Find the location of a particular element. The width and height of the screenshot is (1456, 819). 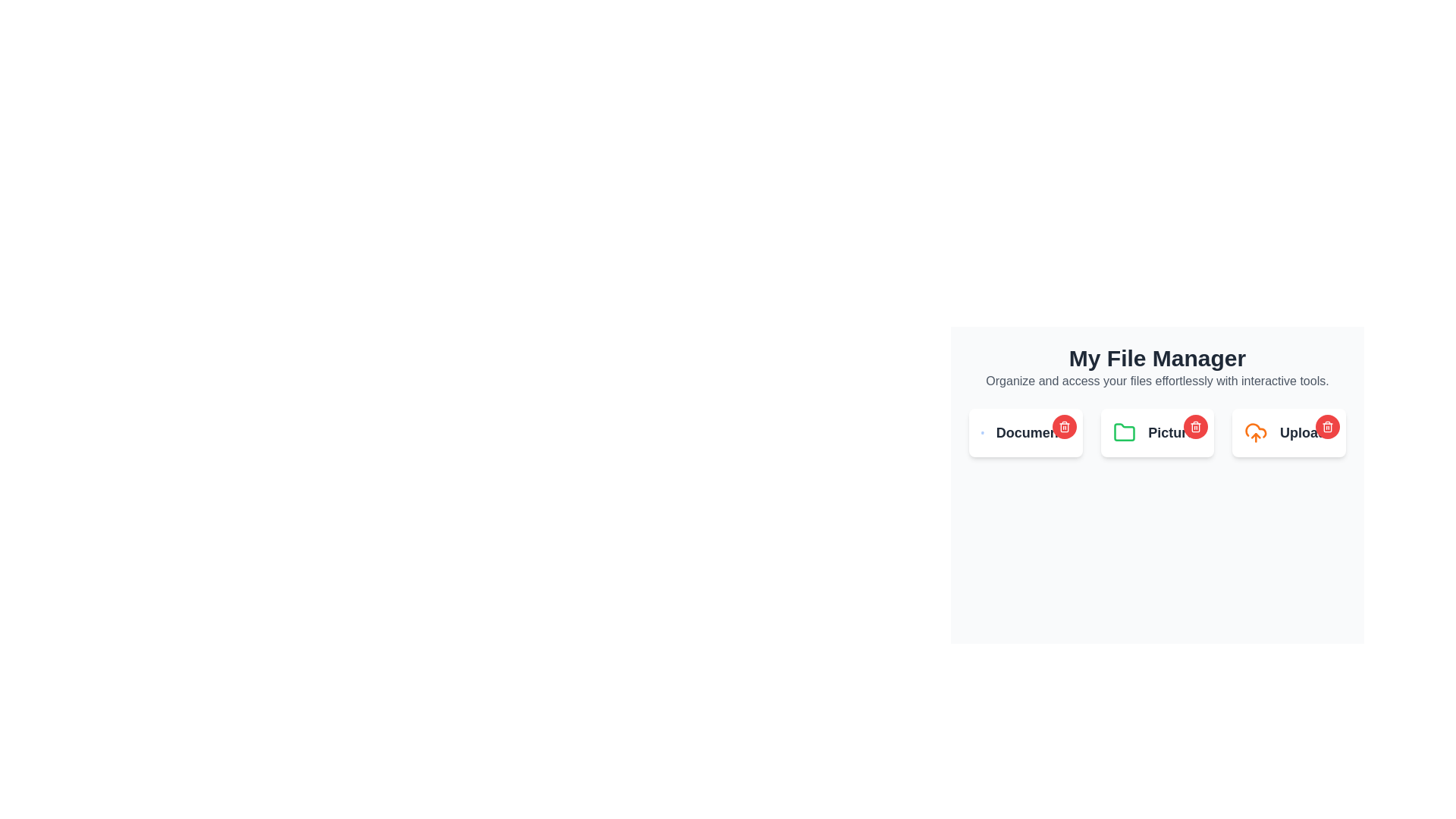

the orange-colored cloud icon with an upload arrow, located next to the 'Uploads' text in the third column of the interface, to initiate an upload action is located at coordinates (1256, 432).